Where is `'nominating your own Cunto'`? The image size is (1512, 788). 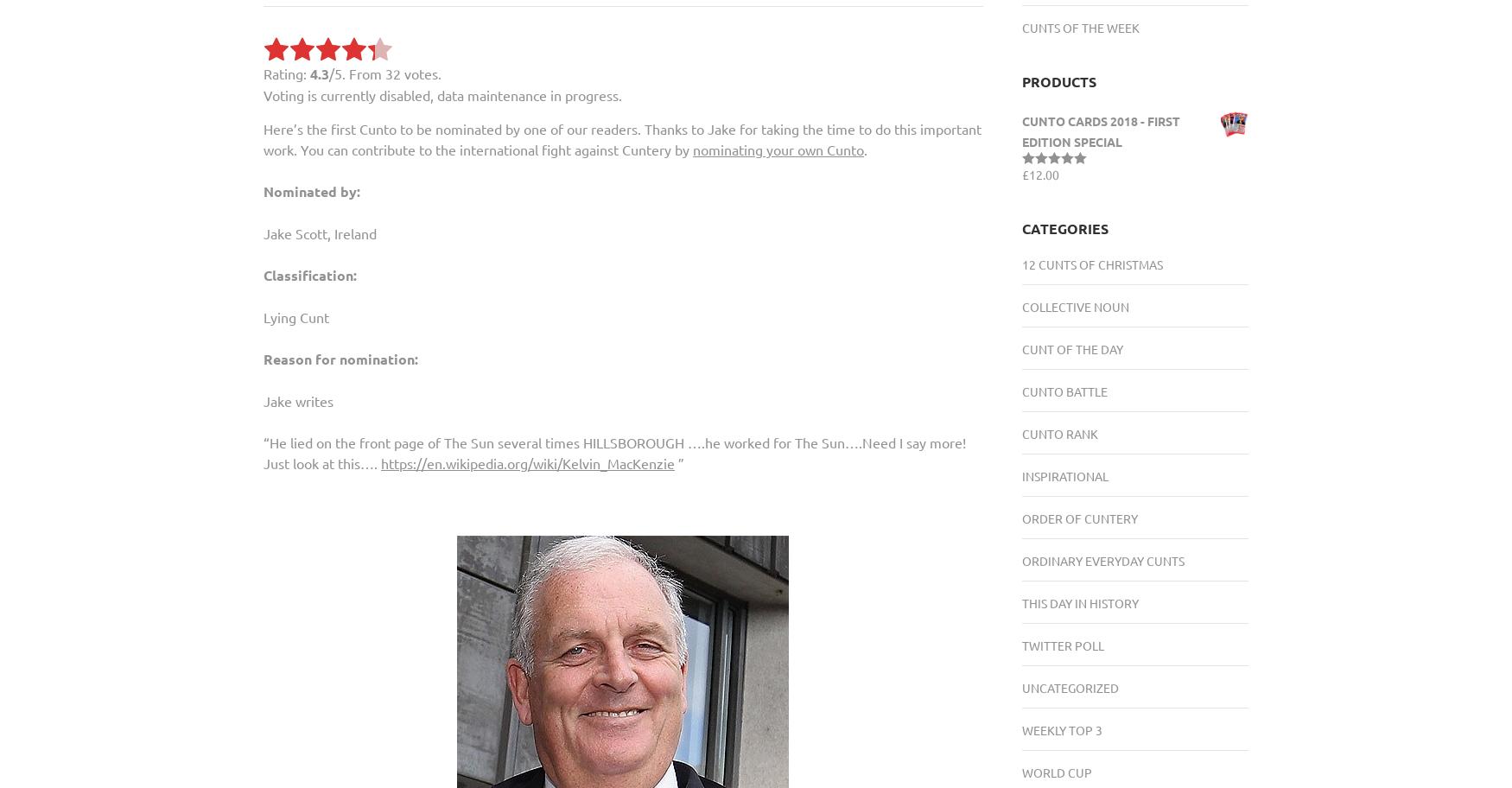 'nominating your own Cunto' is located at coordinates (778, 149).